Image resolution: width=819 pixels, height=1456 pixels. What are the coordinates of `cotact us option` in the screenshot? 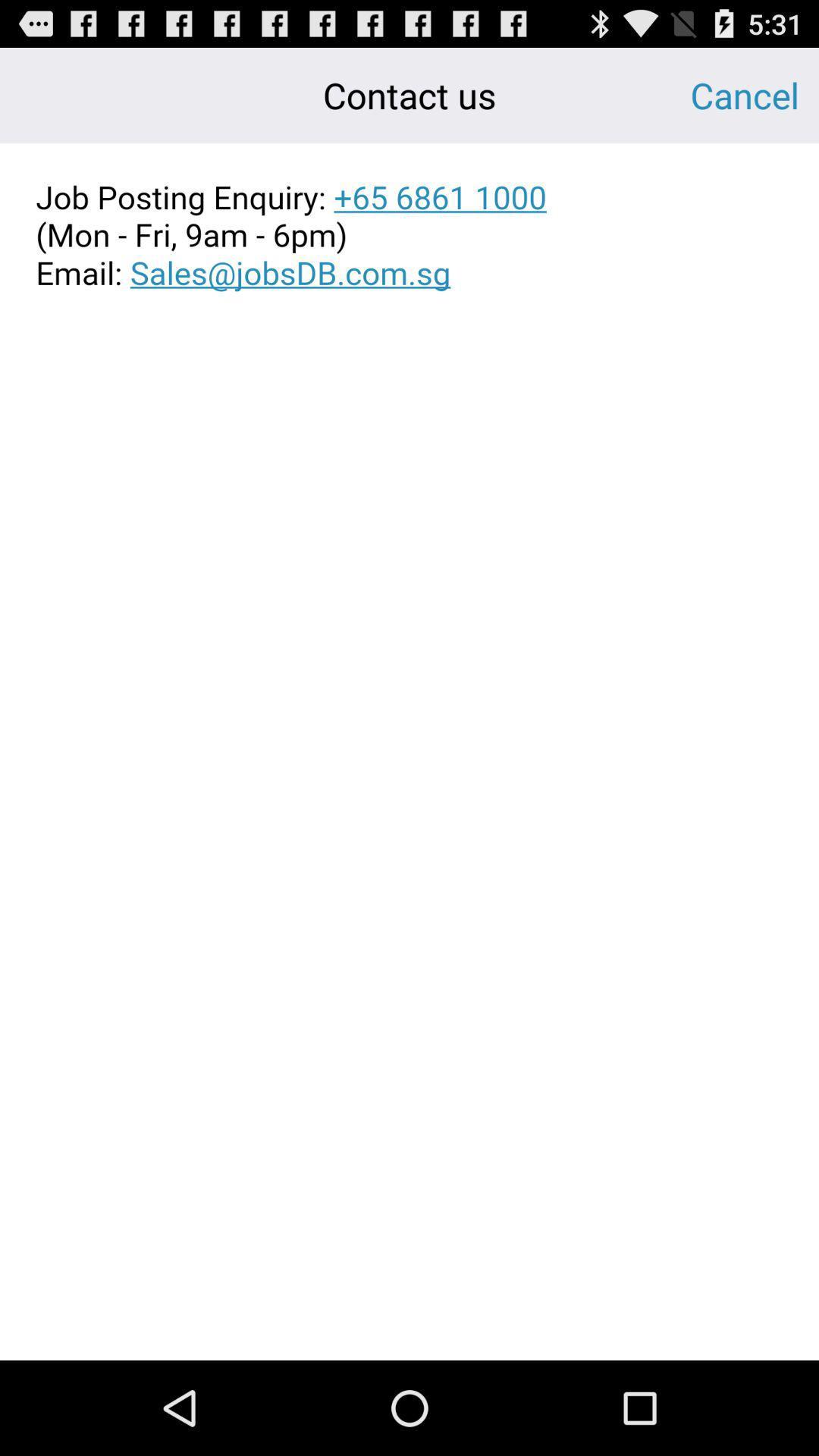 It's located at (409, 234).